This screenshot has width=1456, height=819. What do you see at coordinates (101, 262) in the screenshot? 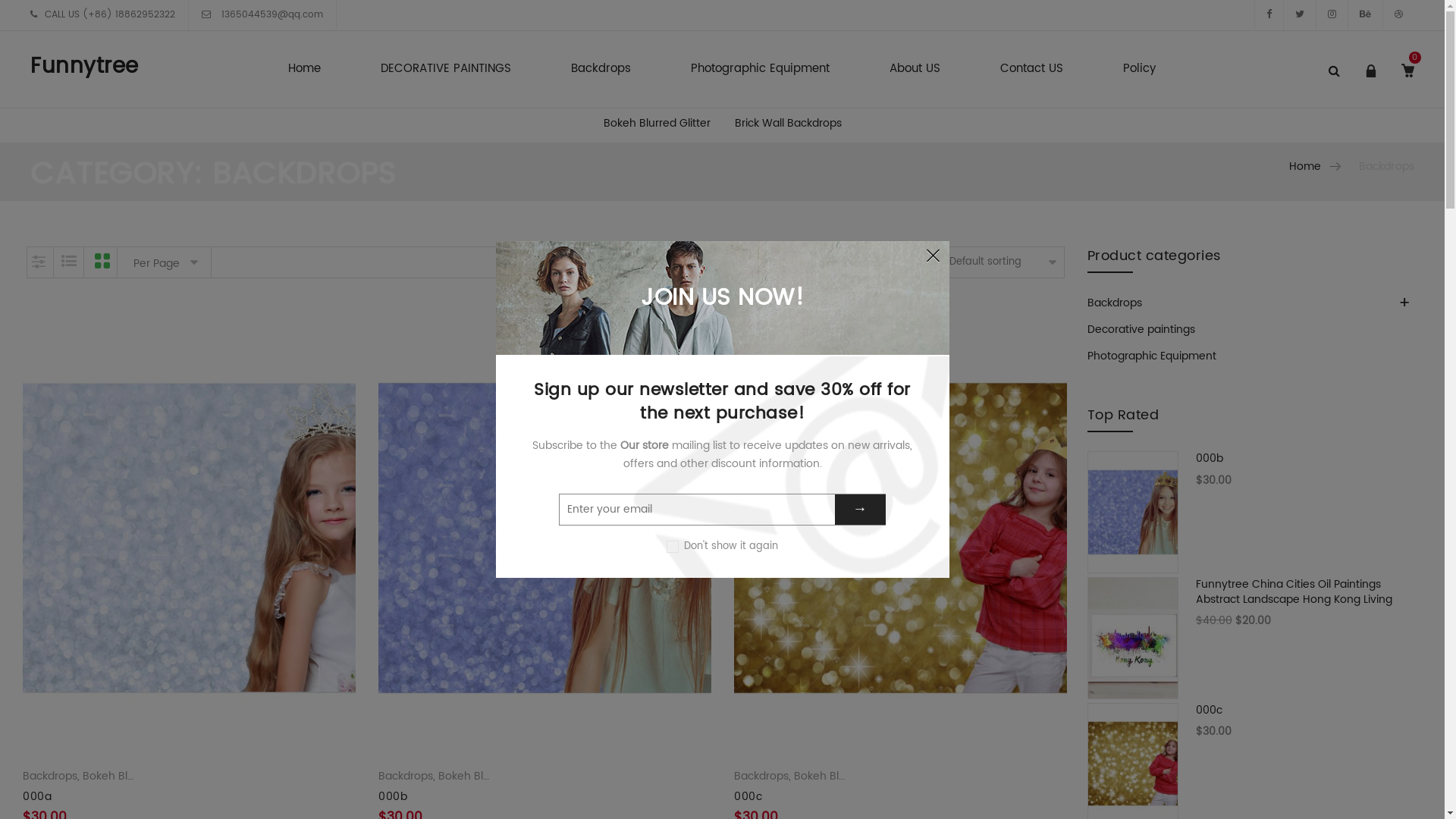
I see `'Grid view'` at bounding box center [101, 262].